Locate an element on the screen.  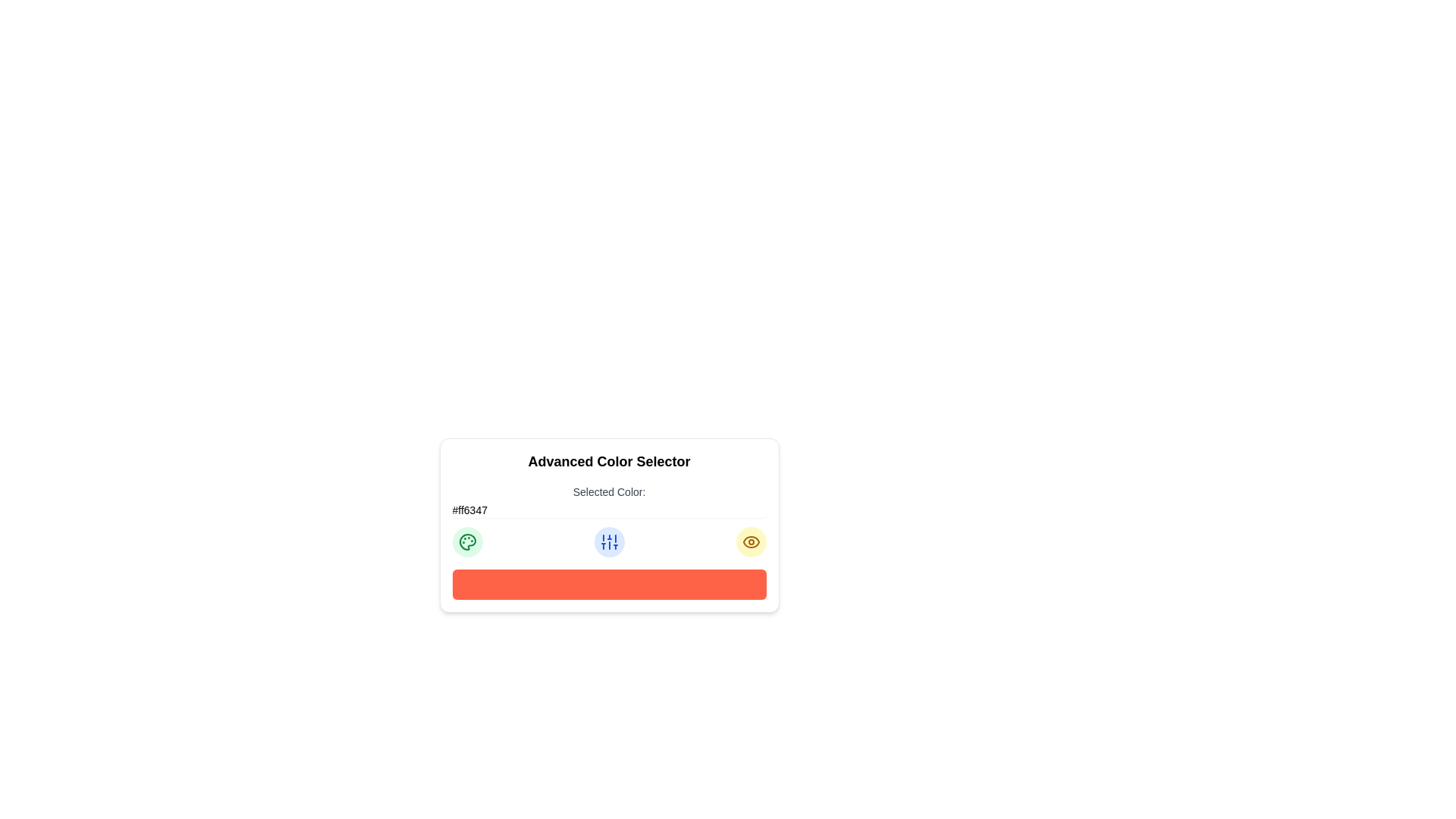
the color selection button, which is a circular button located at the top-left of three inline icons in the lower section of the 'Advanced Color Selector' UI card is located at coordinates (466, 541).